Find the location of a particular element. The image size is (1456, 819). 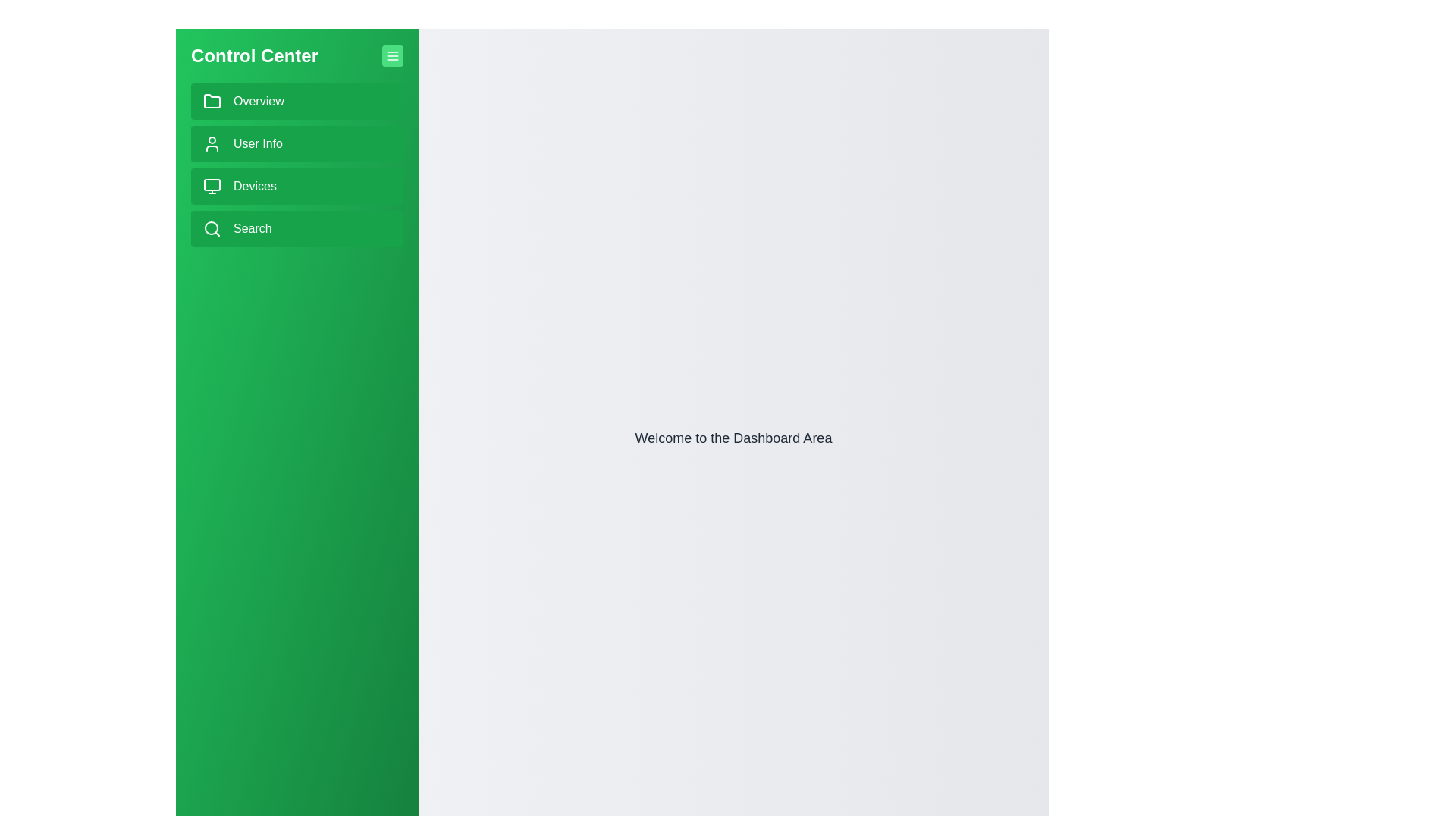

the 'Devices' button in the sidebar is located at coordinates (297, 186).